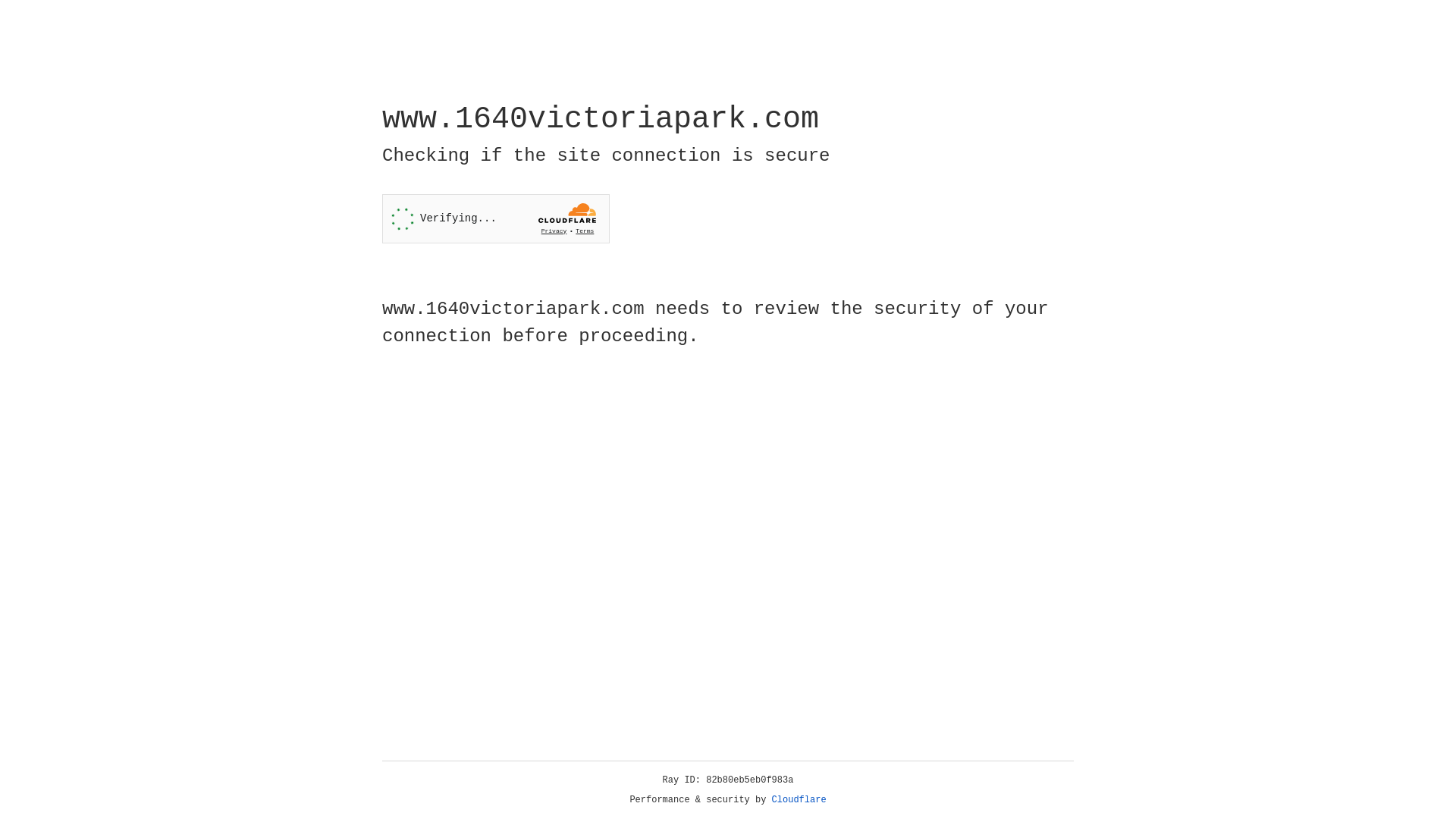 The width and height of the screenshot is (1456, 819). Describe the element at coordinates (495, 218) in the screenshot. I see `'Widget containing a Cloudflare security challenge'` at that location.